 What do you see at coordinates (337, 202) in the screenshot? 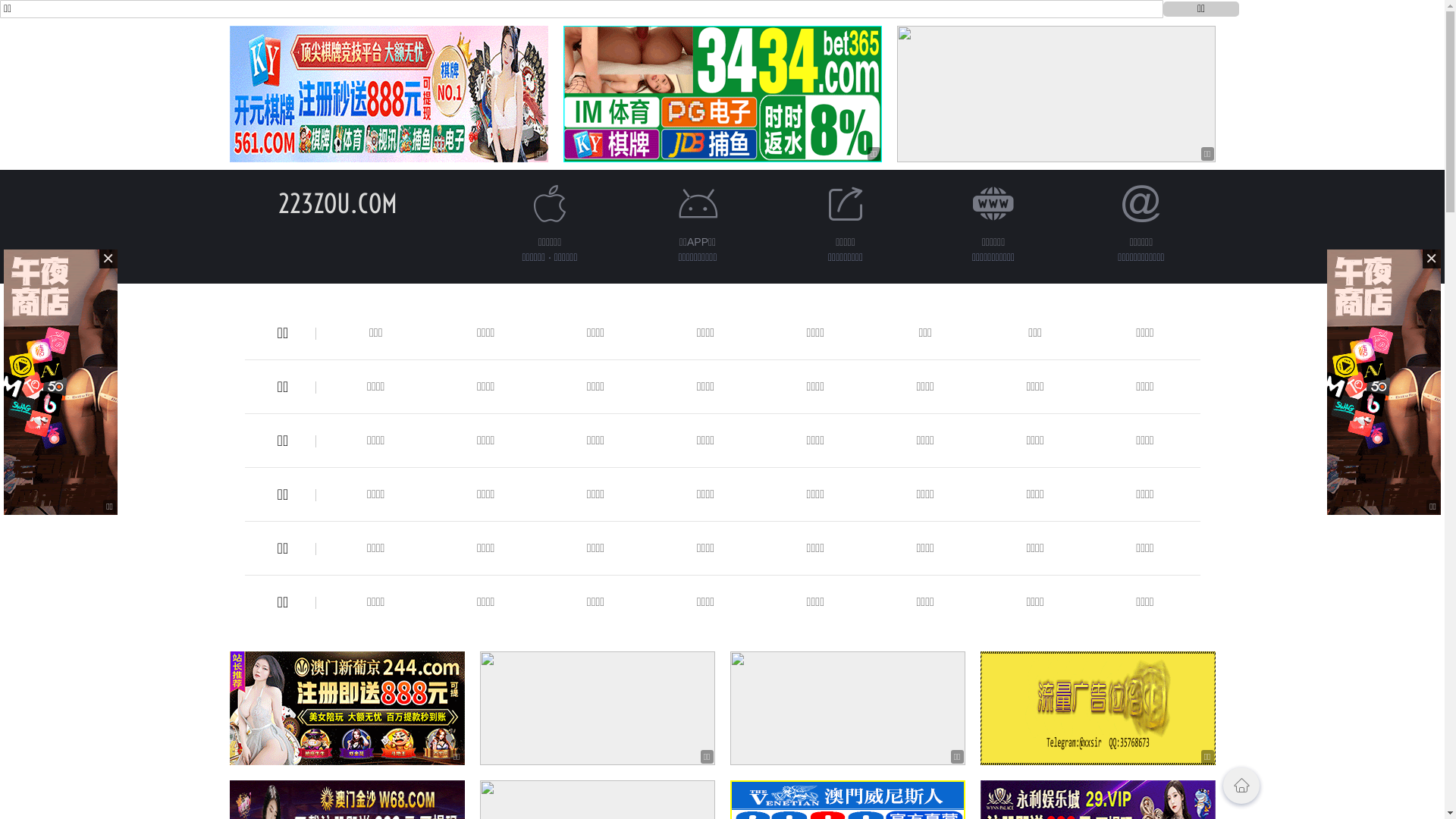
I see `'223ZOU.COM'` at bounding box center [337, 202].